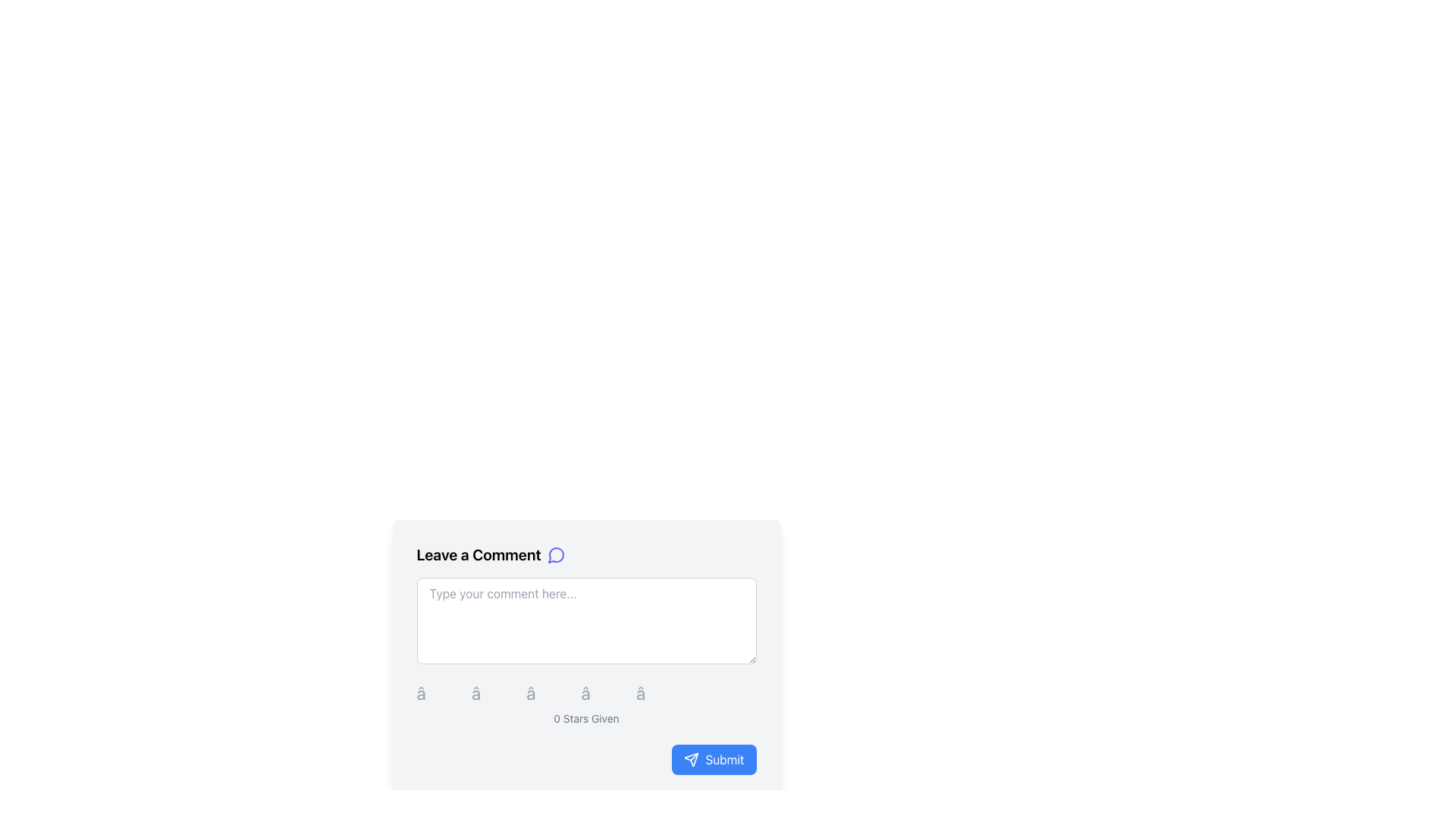 The image size is (1456, 819). What do you see at coordinates (494, 693) in the screenshot?
I see `the second star in the five-star rating scale` at bounding box center [494, 693].